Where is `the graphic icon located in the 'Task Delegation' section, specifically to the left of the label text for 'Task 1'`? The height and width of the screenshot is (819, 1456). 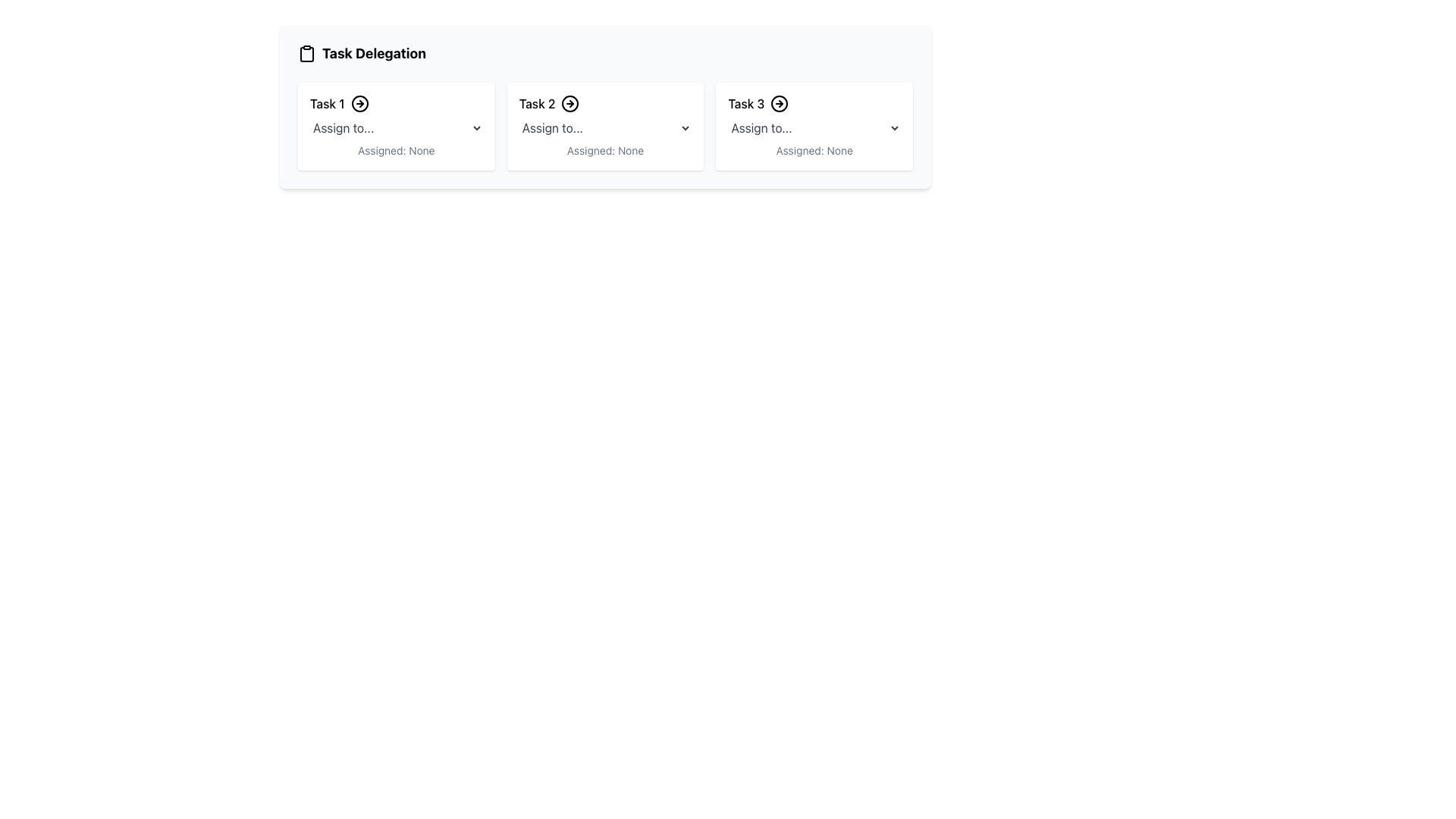
the graphic icon located in the 'Task Delegation' section, specifically to the left of the label text for 'Task 1' is located at coordinates (359, 103).